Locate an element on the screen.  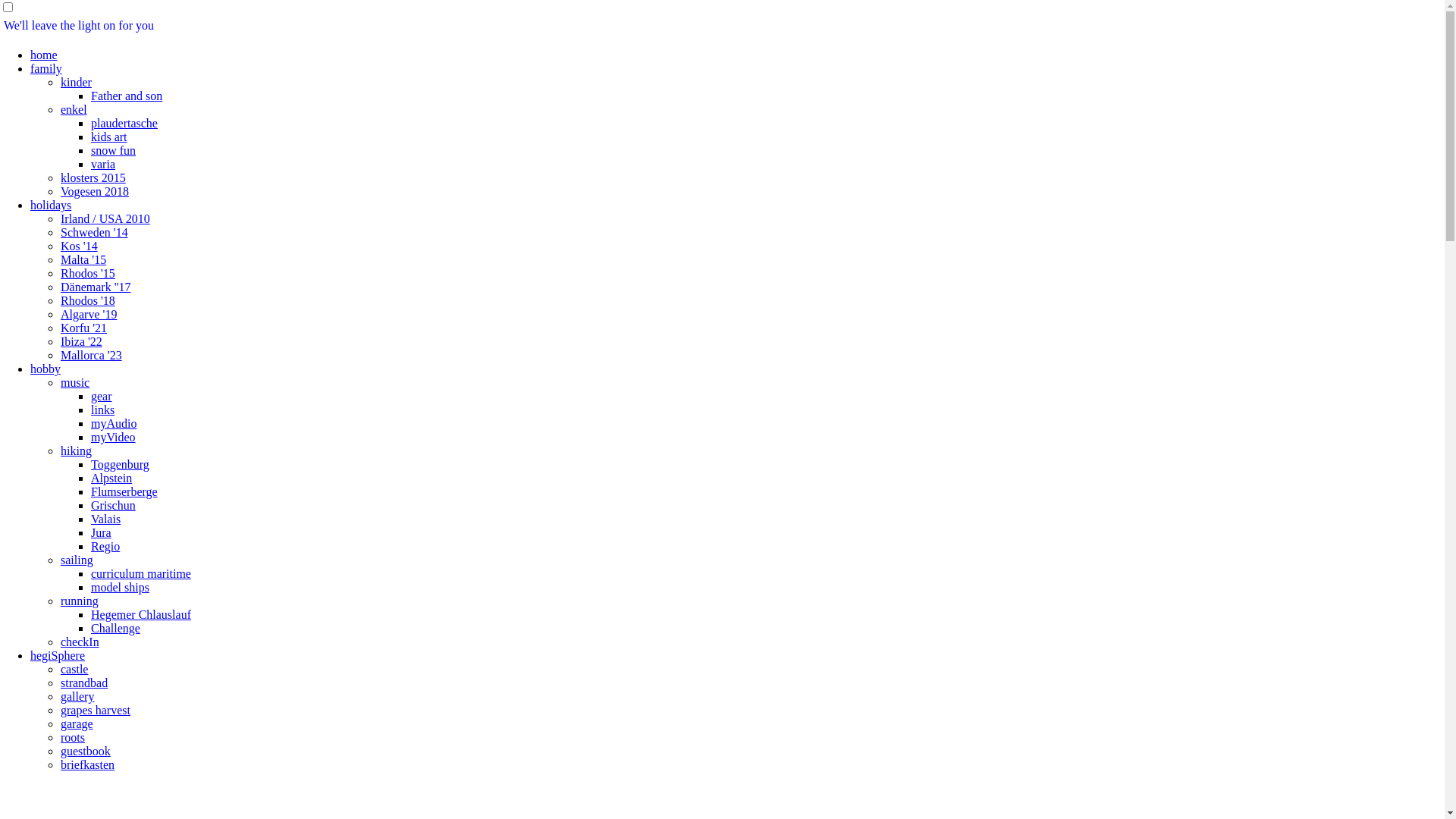
'Jura' is located at coordinates (90, 532).